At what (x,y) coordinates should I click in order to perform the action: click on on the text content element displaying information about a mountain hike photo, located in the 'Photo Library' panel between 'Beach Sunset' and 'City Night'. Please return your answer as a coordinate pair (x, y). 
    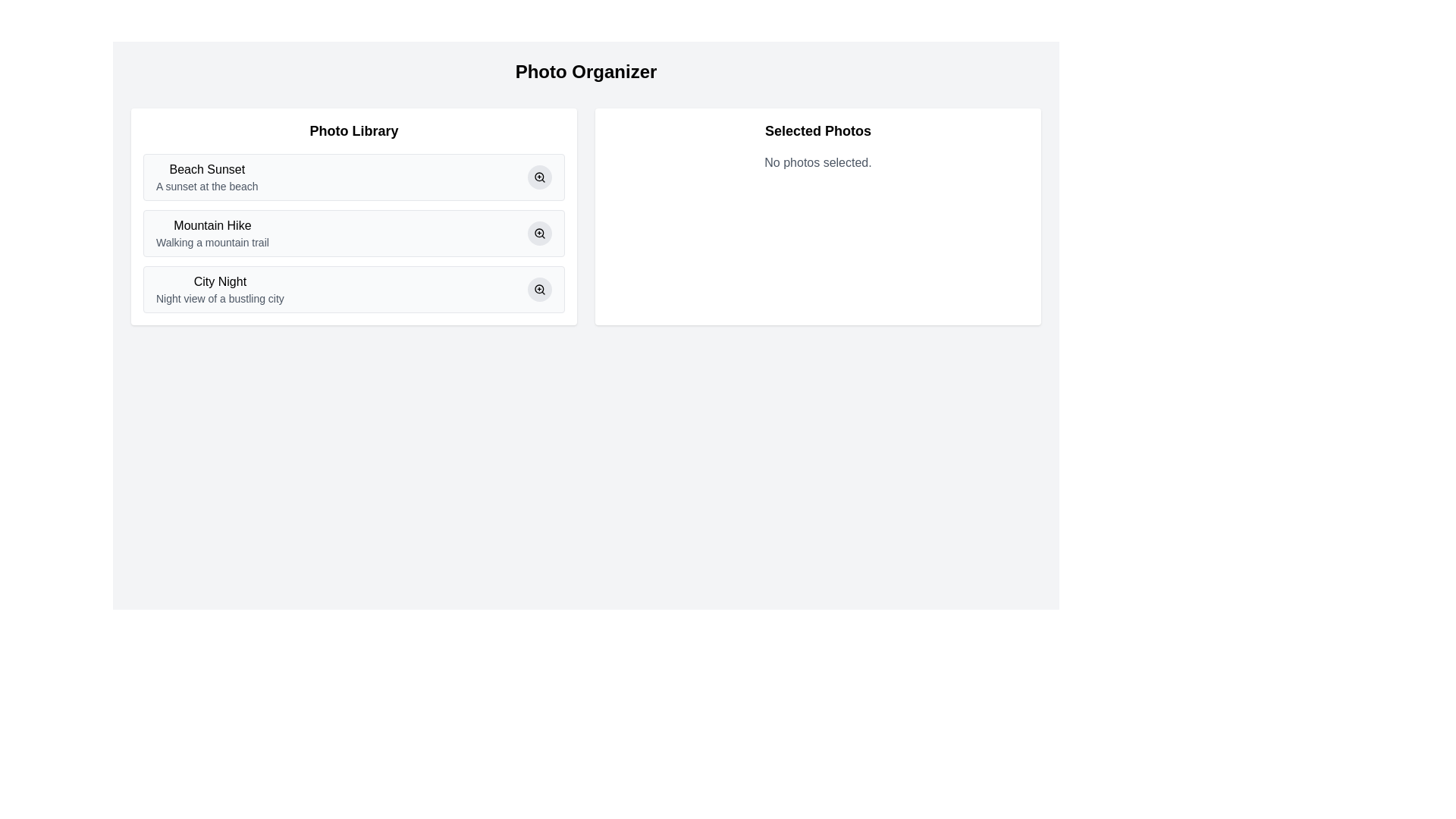
    Looking at the image, I should click on (212, 234).